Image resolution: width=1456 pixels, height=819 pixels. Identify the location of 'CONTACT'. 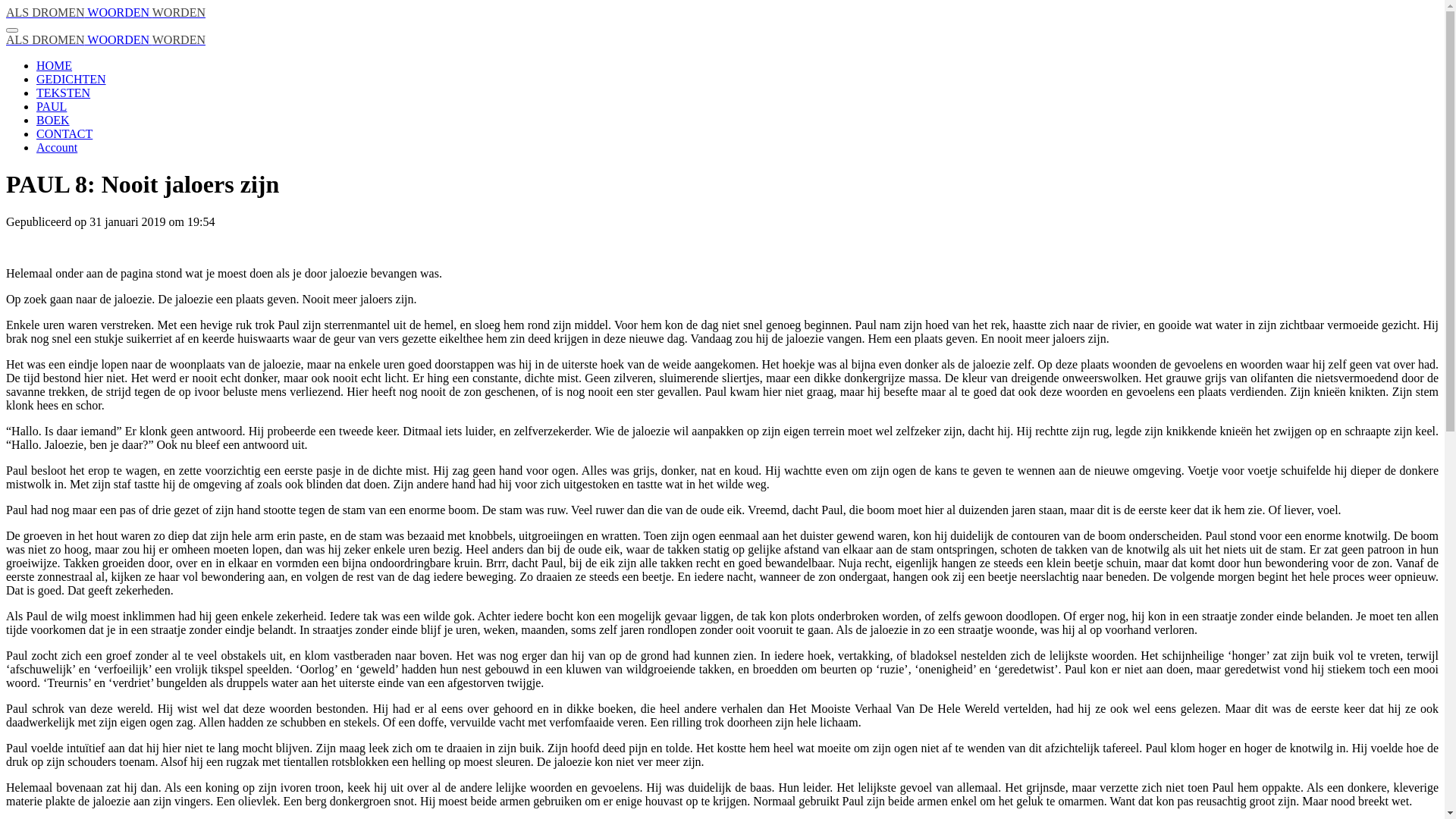
(64, 133).